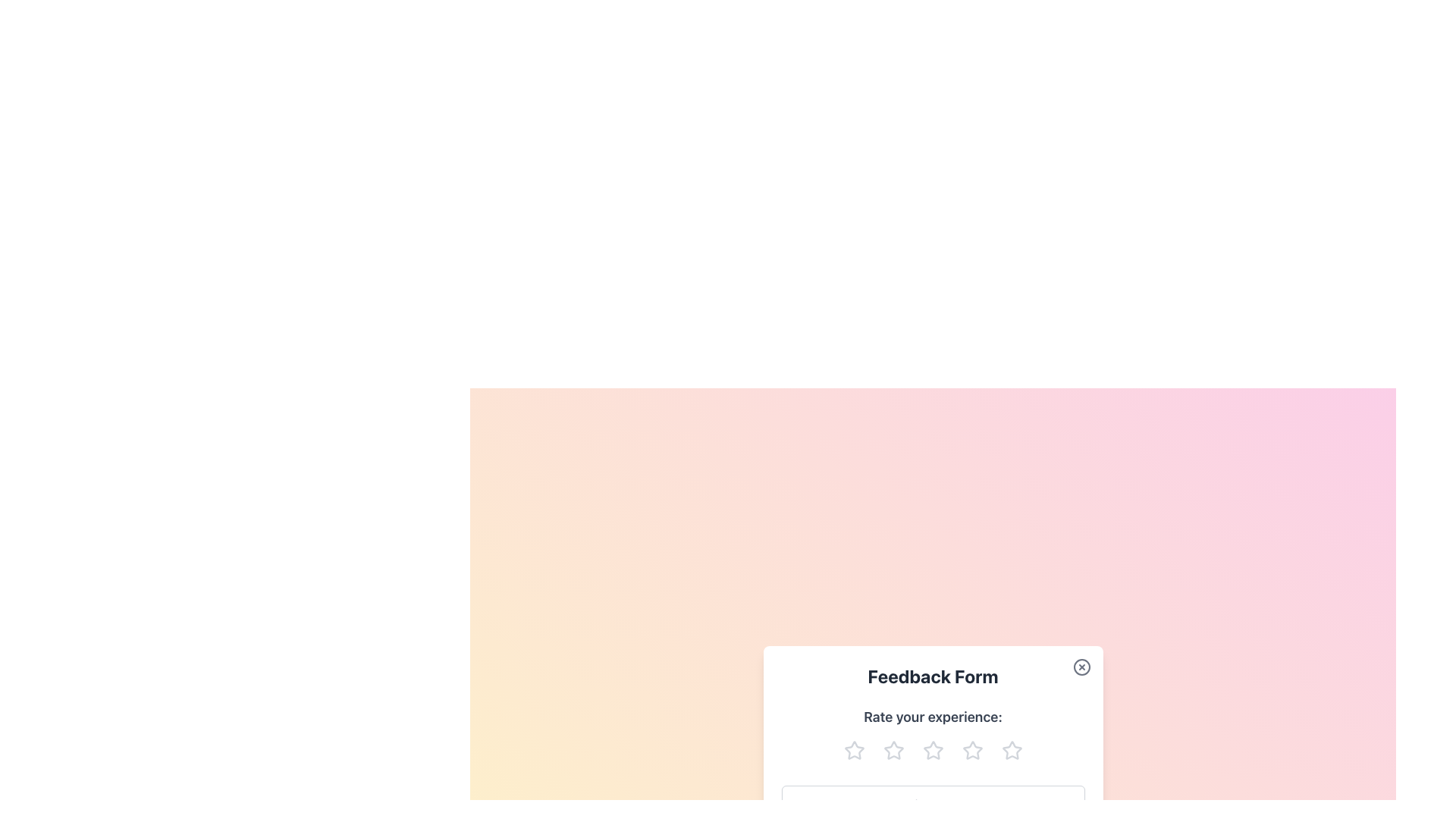 The height and width of the screenshot is (819, 1456). Describe the element at coordinates (932, 751) in the screenshot. I see `the third star icon in the horizontal rating control` at that location.